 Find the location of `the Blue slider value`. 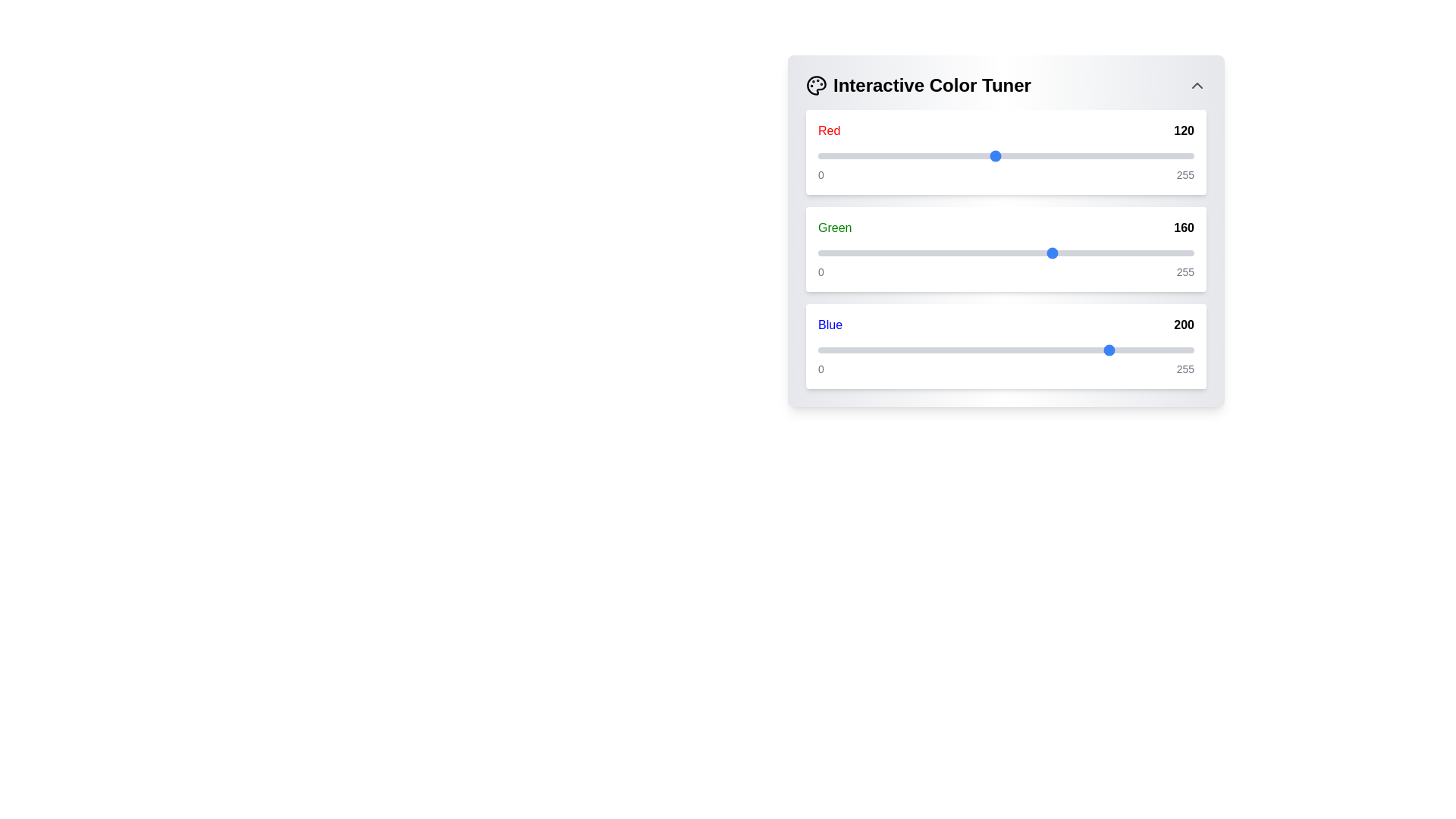

the Blue slider value is located at coordinates (908, 350).